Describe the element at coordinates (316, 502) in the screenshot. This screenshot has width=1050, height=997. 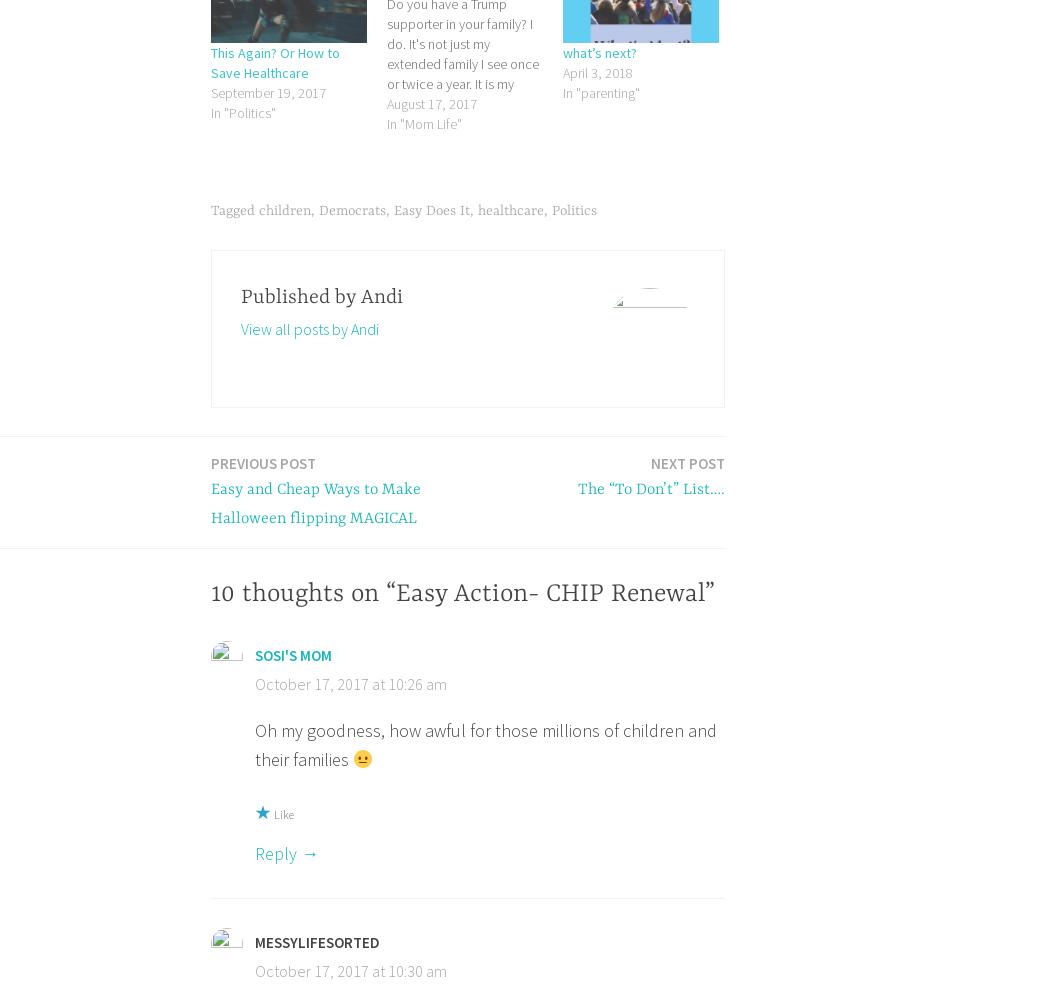
I see `'Easy and Cheap Ways to Make Halloween flipping MAGICAL'` at that location.